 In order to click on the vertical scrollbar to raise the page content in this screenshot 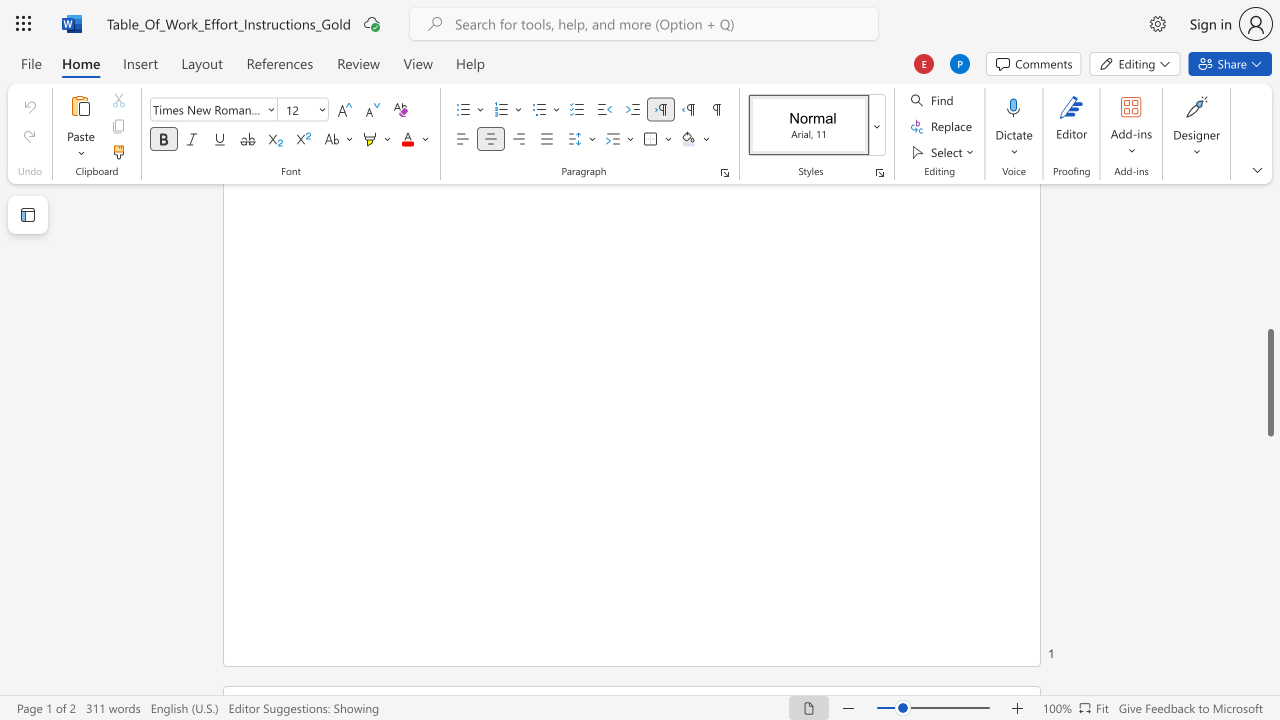, I will do `click(1269, 228)`.